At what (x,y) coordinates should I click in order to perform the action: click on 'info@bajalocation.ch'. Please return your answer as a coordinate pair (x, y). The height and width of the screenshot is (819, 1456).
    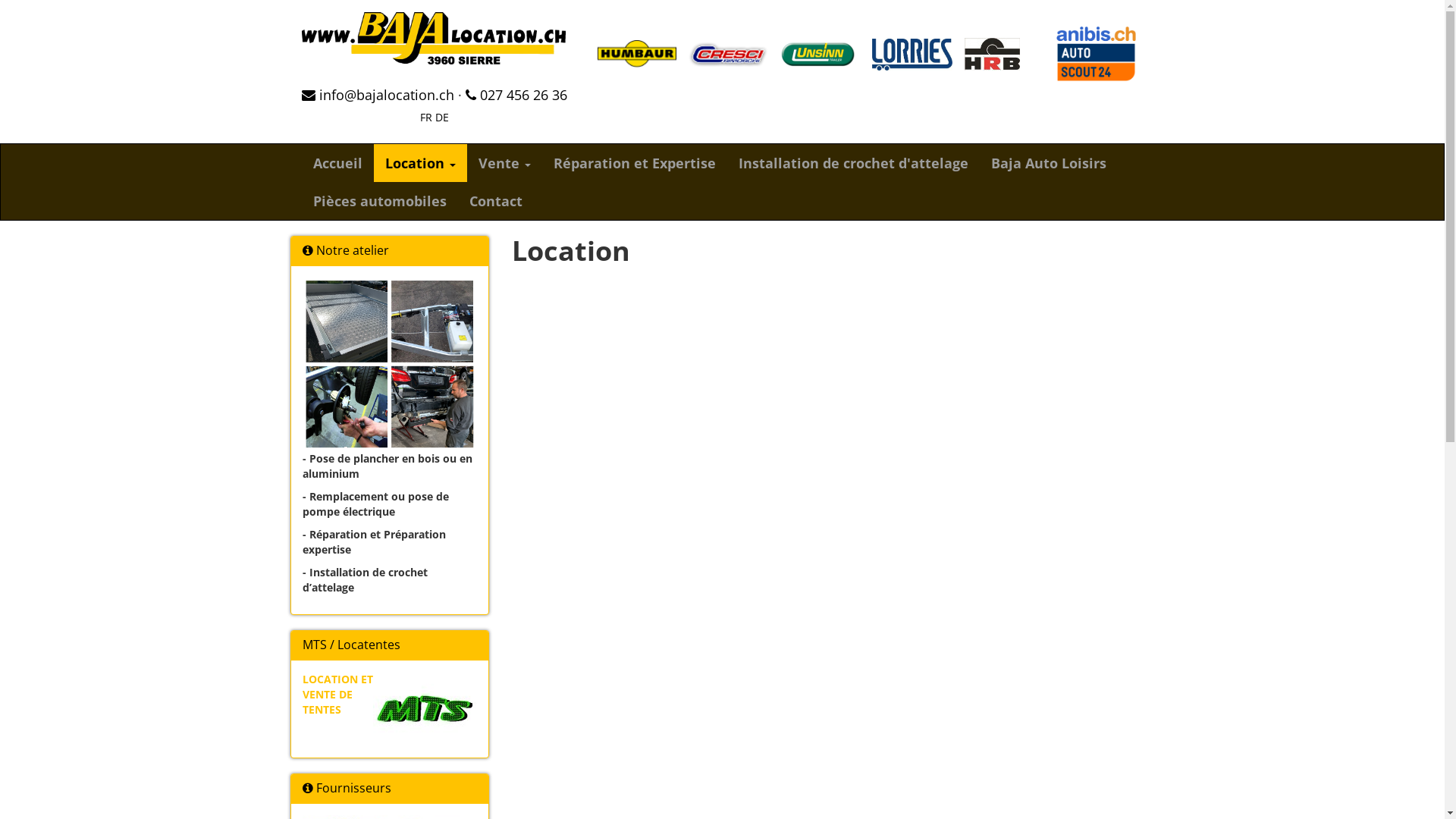
    Looking at the image, I should click on (378, 94).